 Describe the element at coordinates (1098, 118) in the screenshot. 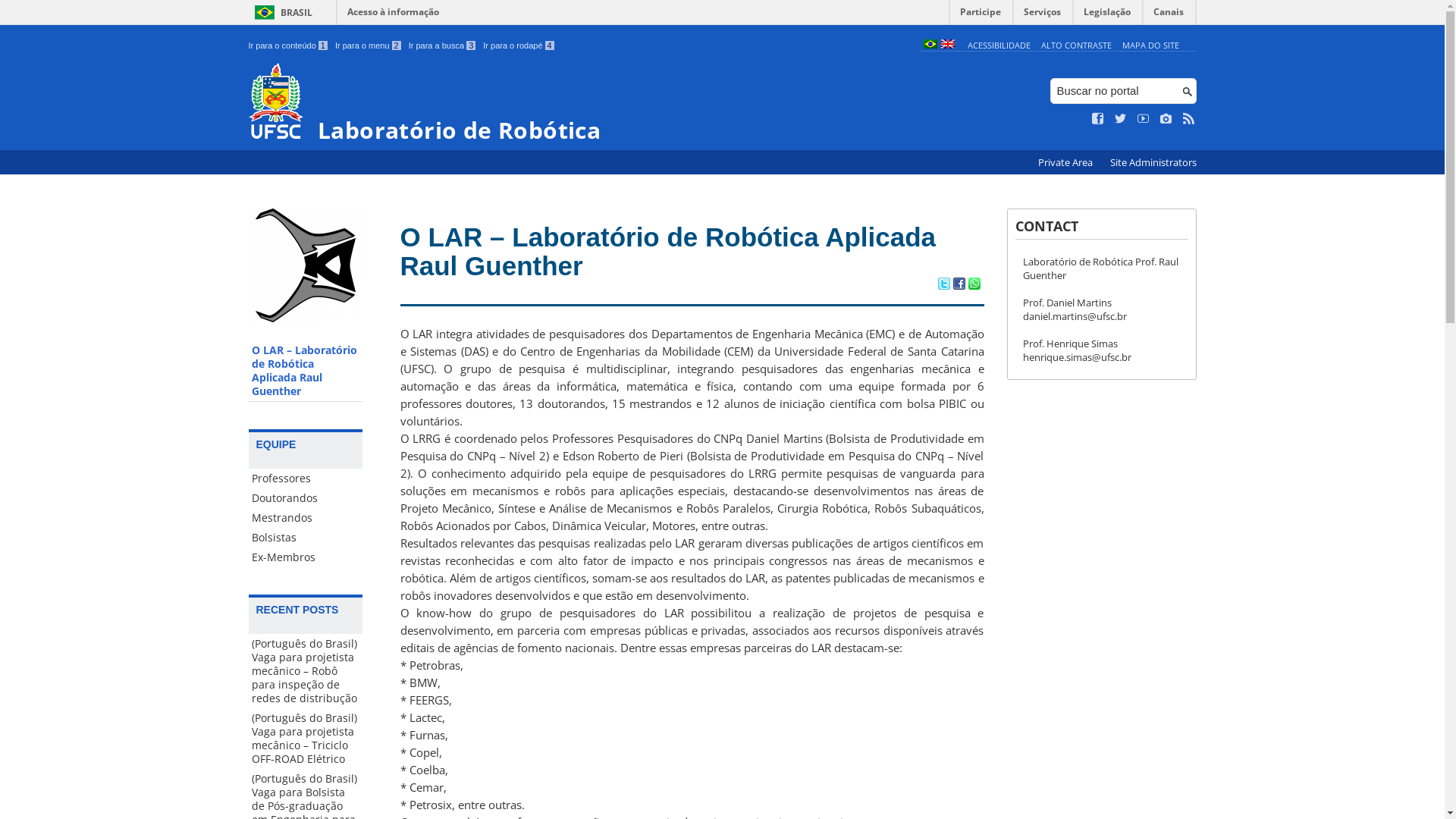

I see `'Curta no Facebook'` at that location.